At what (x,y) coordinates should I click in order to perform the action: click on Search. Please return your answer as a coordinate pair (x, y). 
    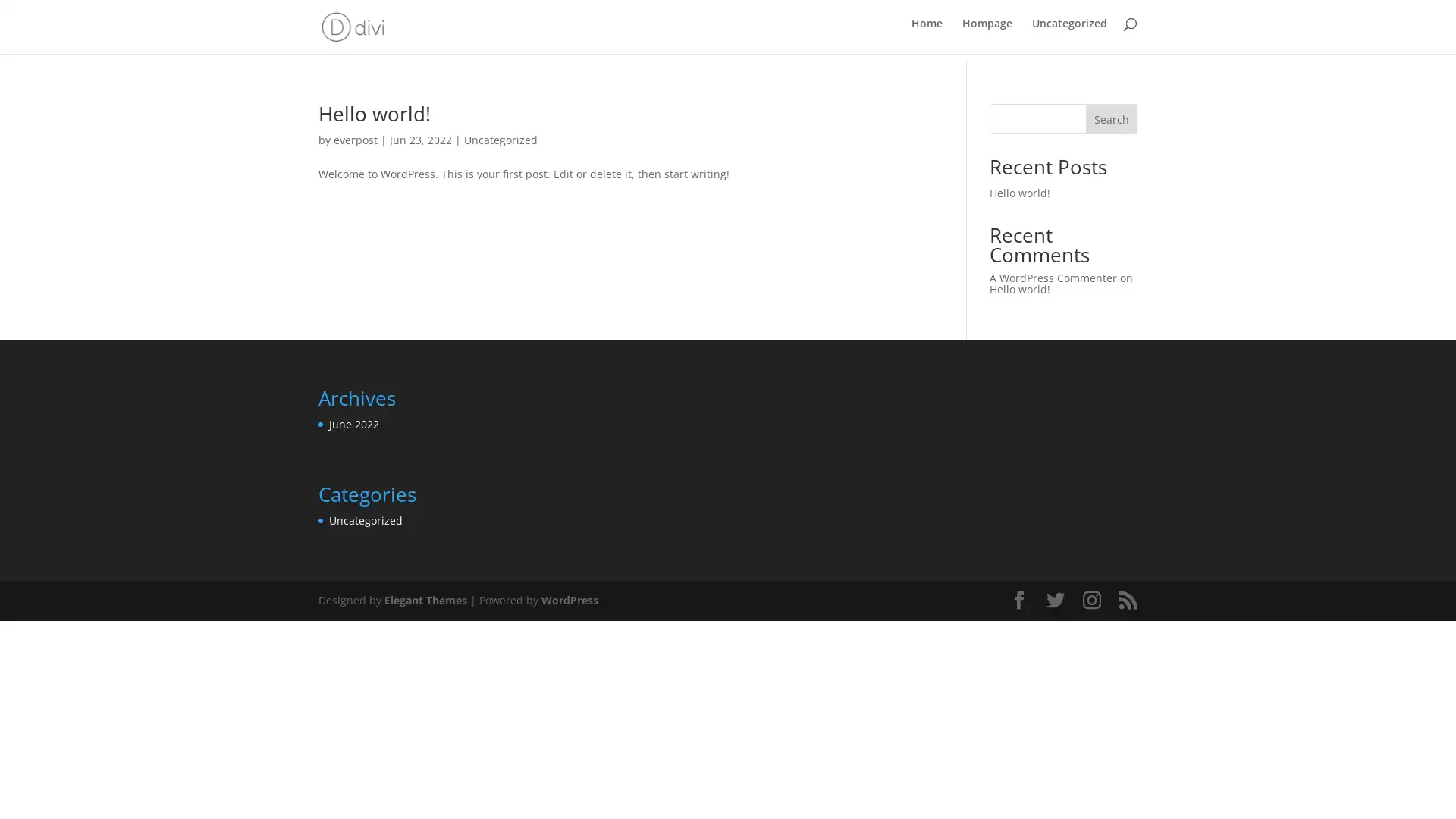
    Looking at the image, I should click on (1111, 115).